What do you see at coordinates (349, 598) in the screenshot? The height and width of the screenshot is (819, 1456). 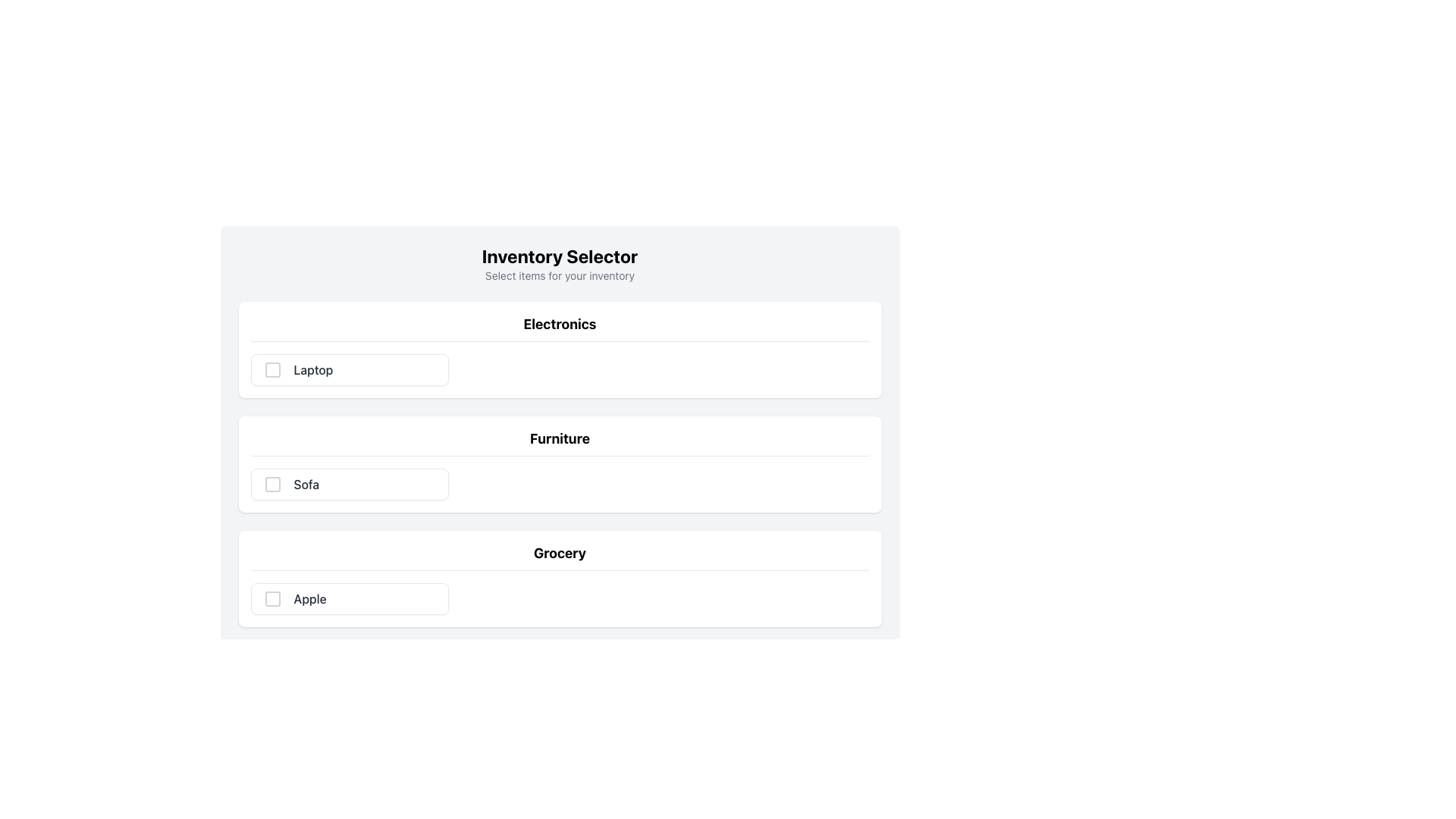 I see `the checkbox labeled 'Apple'` at bounding box center [349, 598].